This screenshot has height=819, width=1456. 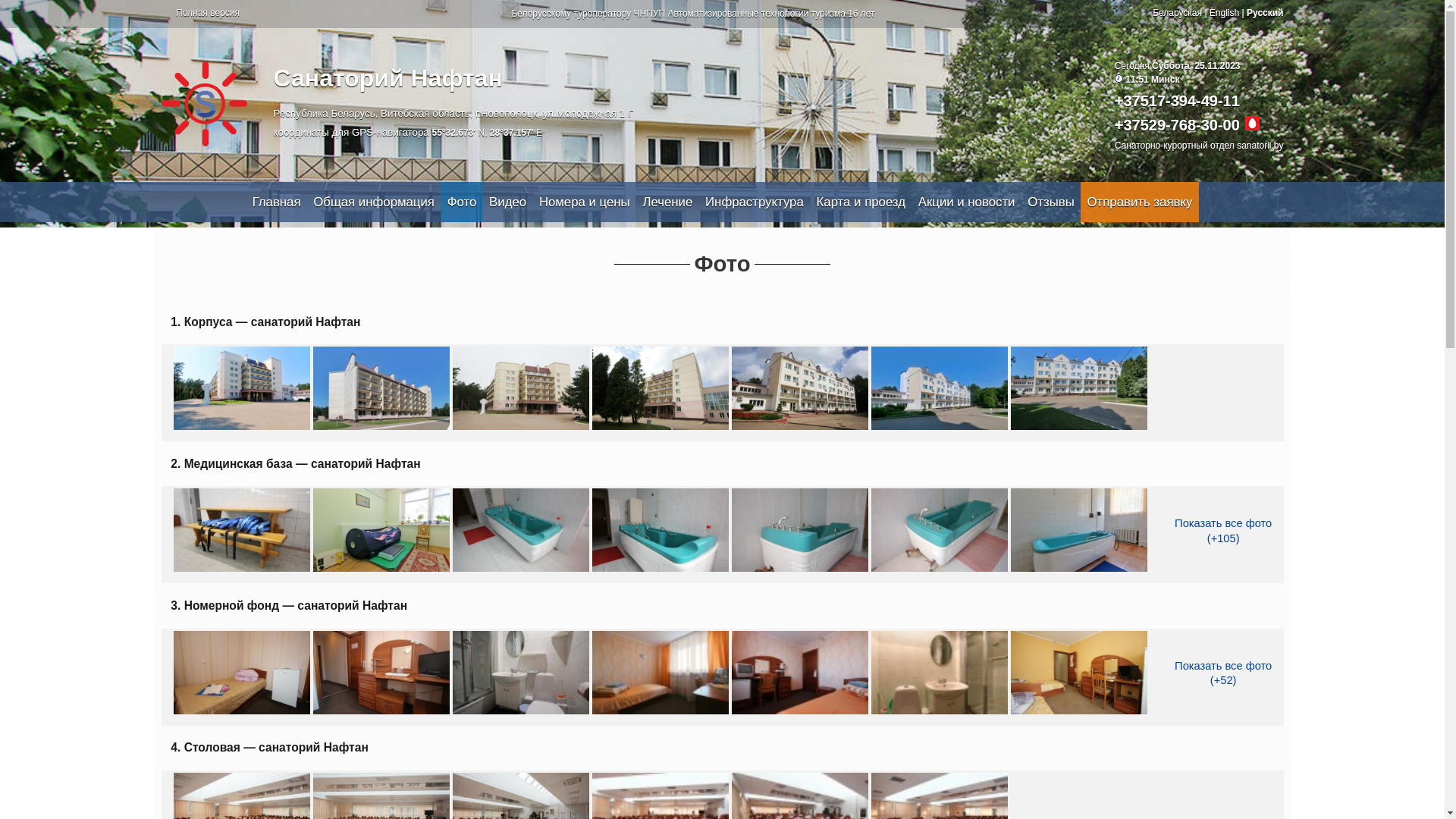 What do you see at coordinates (1176, 100) in the screenshot?
I see `'+37517-394-49-11'` at bounding box center [1176, 100].